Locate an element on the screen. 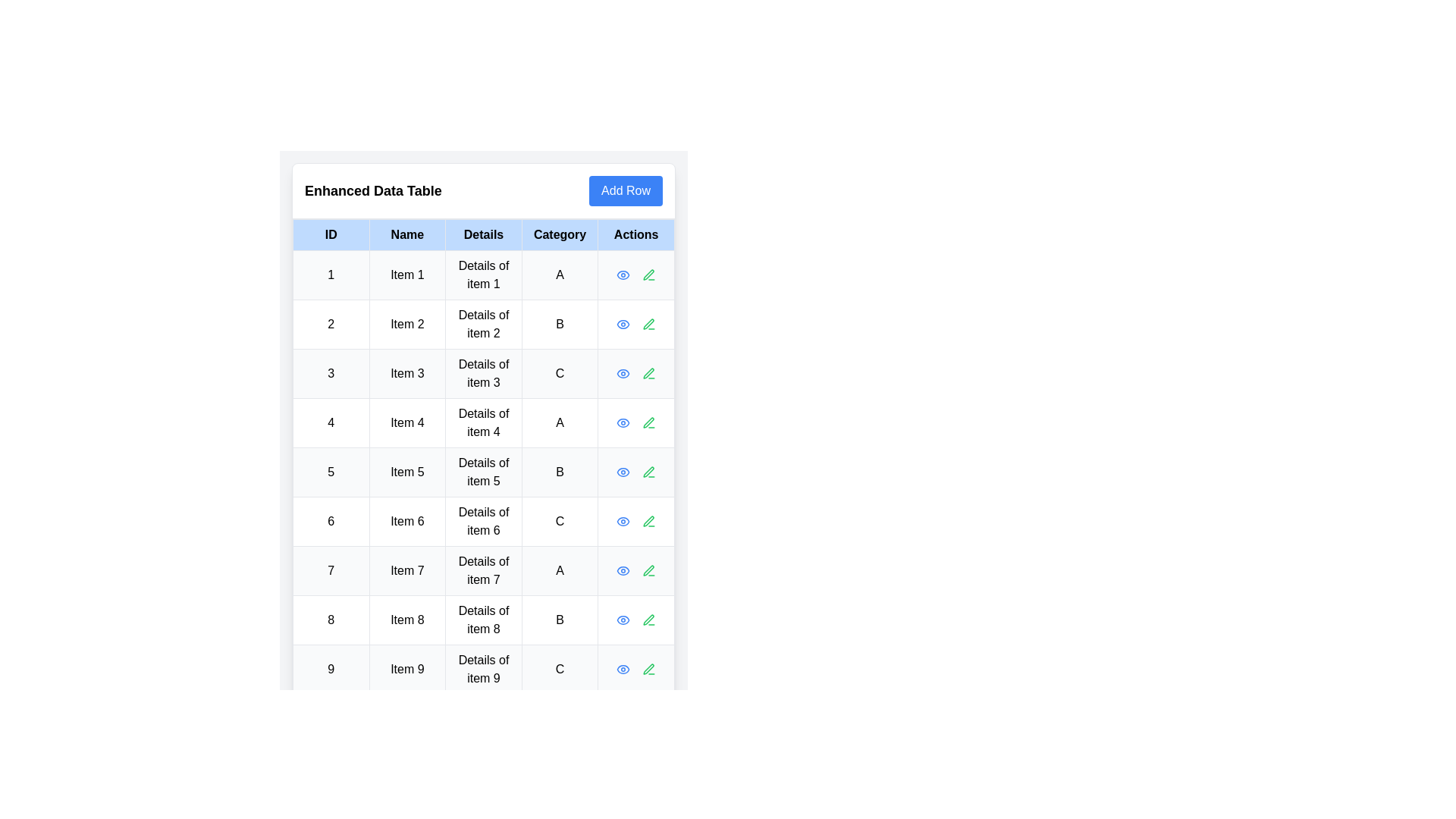 This screenshot has width=1456, height=819. the keyboard navigation on the eye icon button located in the 'Actions' column of the seventh row for 'Item 7' is located at coordinates (623, 570).